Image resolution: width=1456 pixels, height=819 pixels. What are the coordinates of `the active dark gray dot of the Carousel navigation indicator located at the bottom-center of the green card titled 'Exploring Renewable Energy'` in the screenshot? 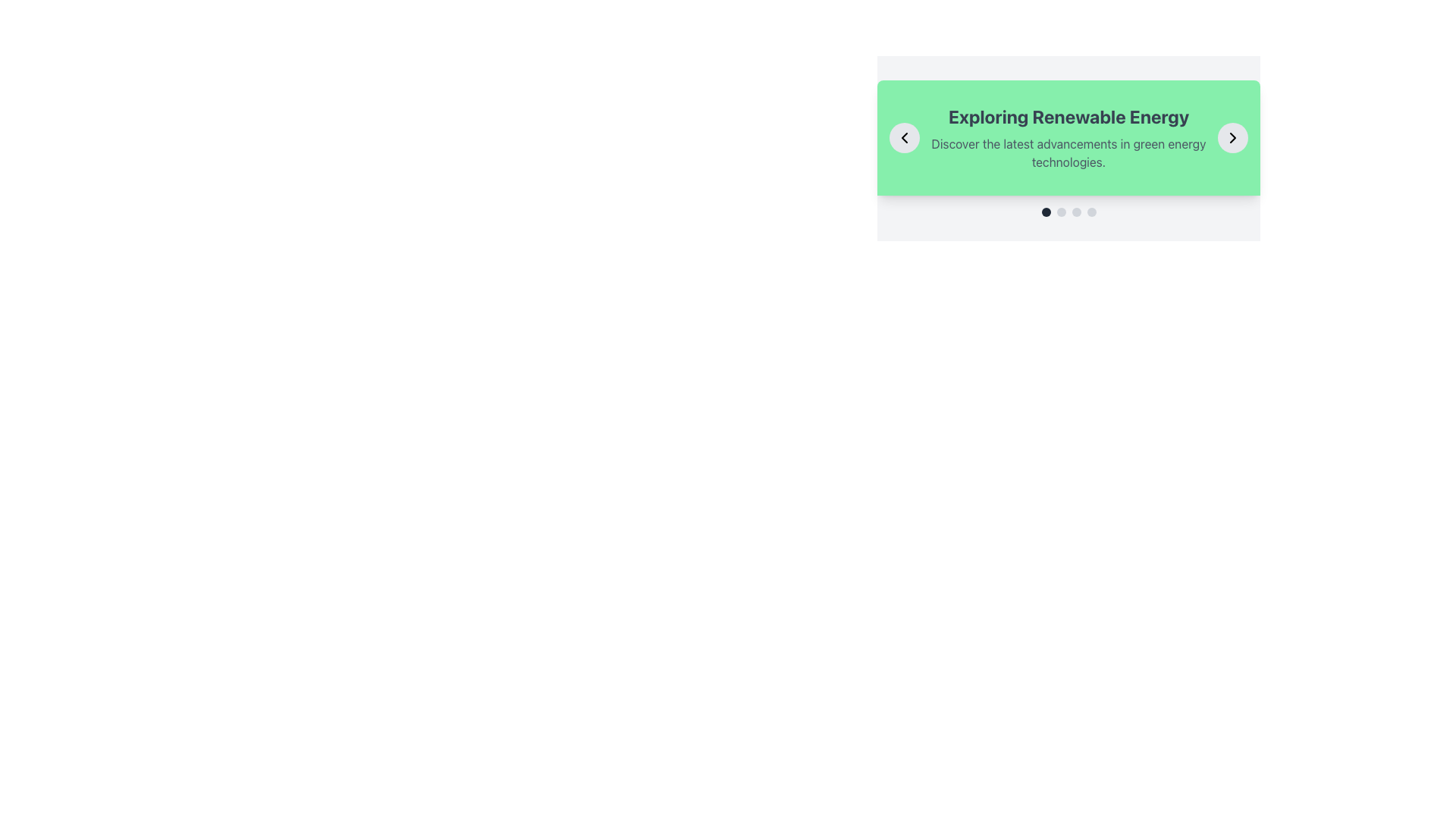 It's located at (1068, 212).